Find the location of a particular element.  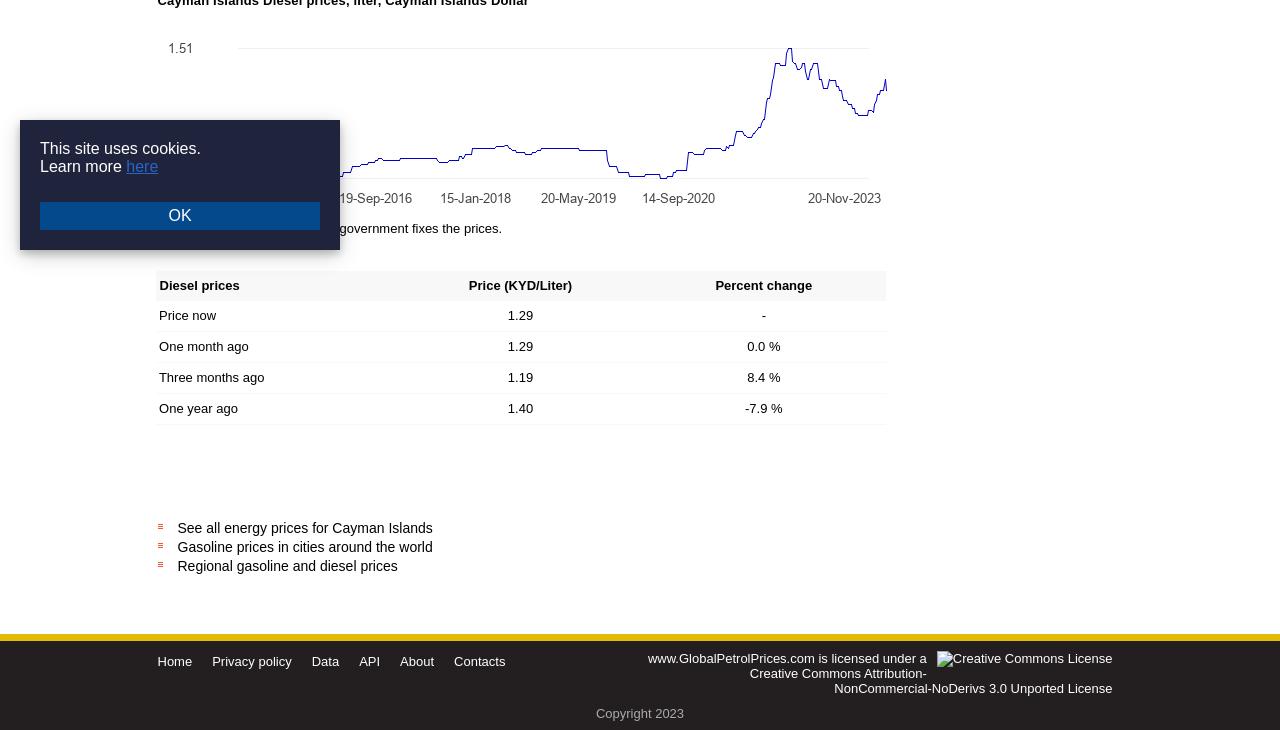

'is licensed under a' is located at coordinates (870, 657).